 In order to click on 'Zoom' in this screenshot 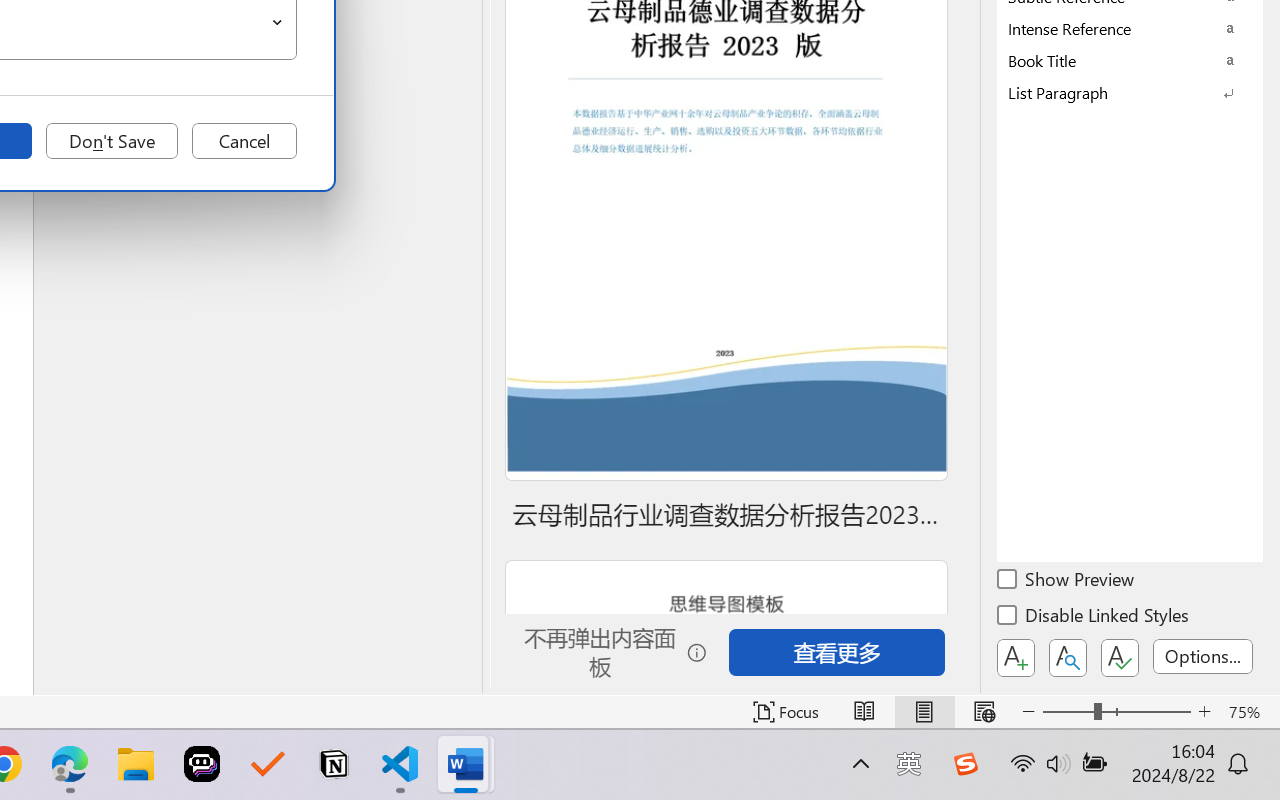, I will do `click(1115, 711)`.